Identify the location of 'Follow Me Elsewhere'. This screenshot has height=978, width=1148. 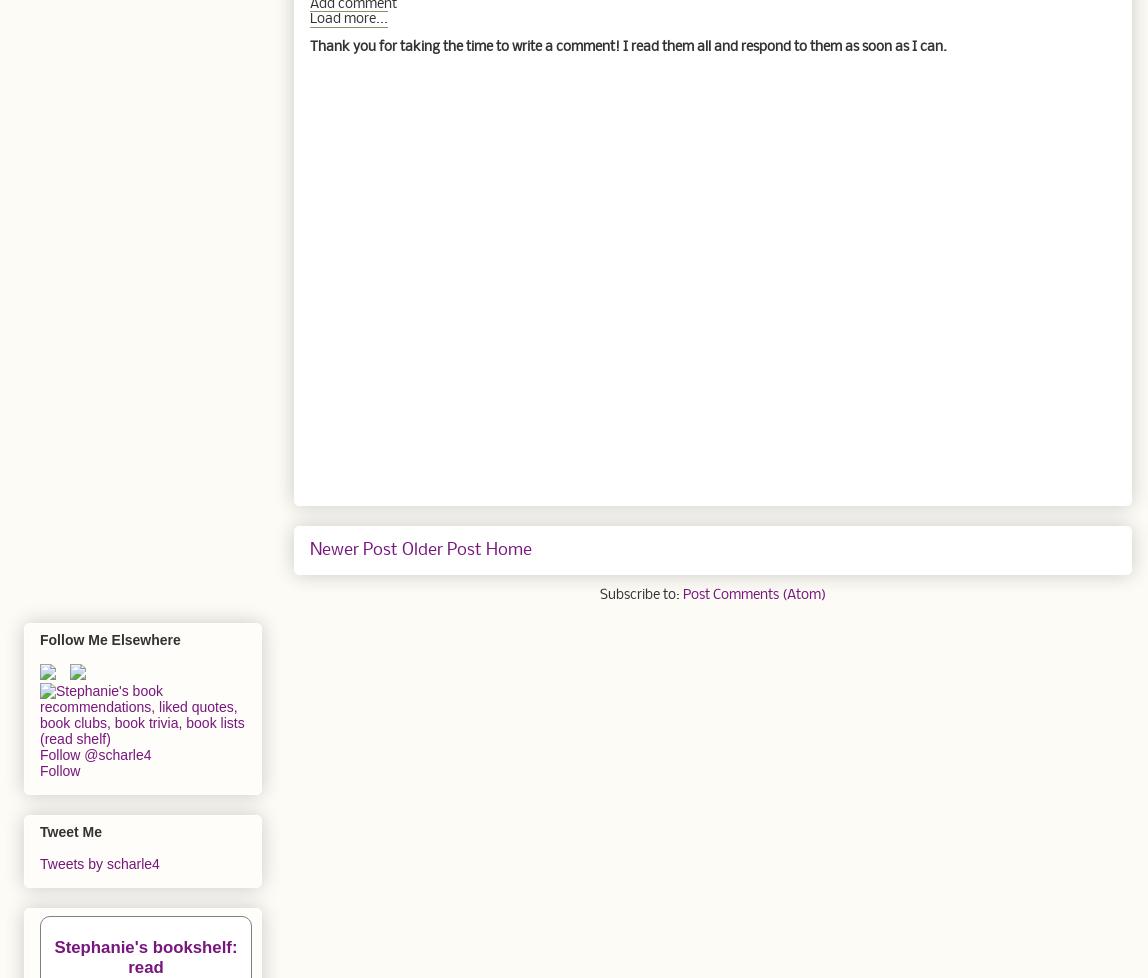
(109, 640).